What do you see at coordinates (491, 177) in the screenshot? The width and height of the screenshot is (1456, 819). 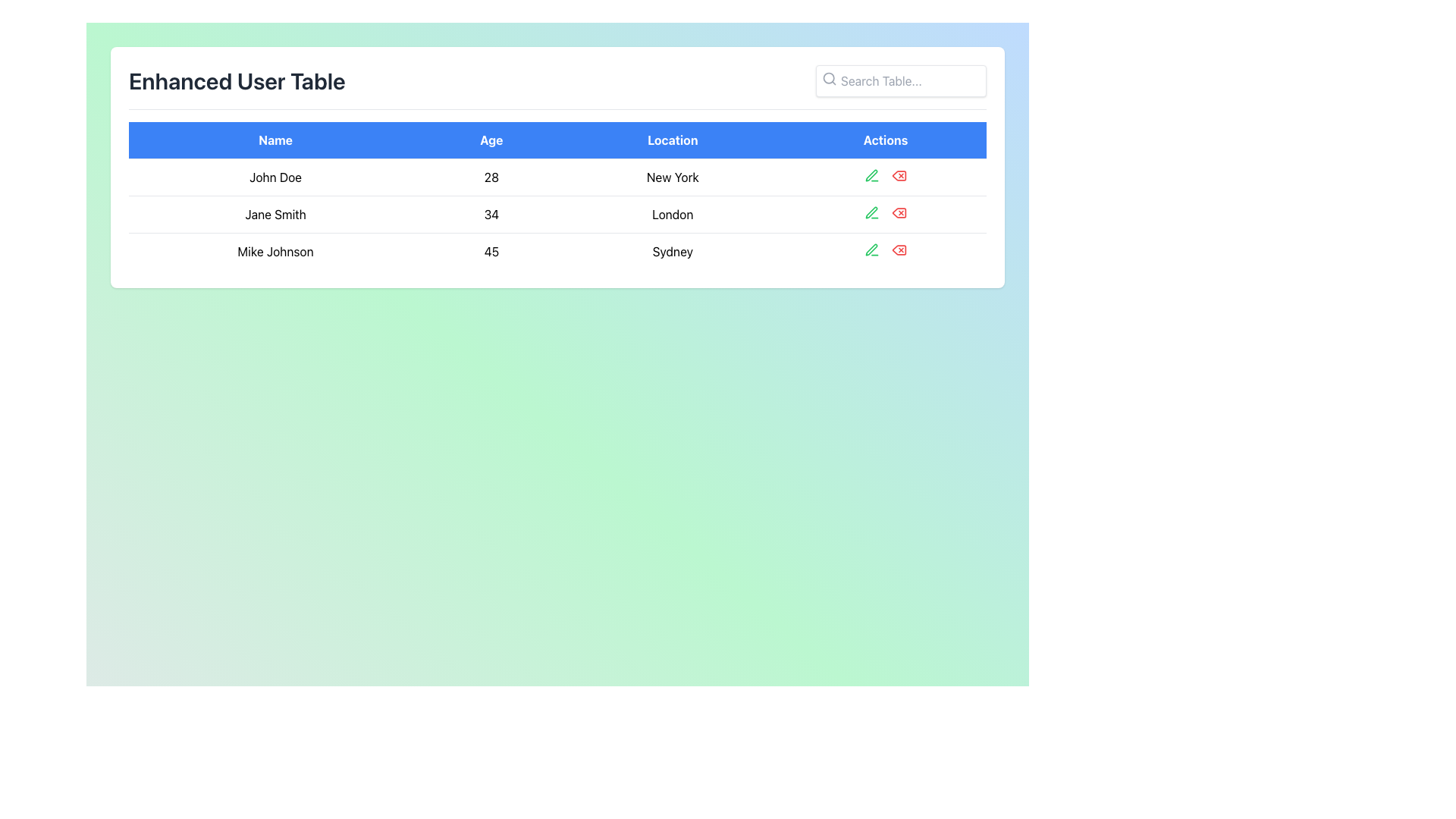 I see `the text displaying the age value for 'John Doe' in the 'Age' column of the table` at bounding box center [491, 177].